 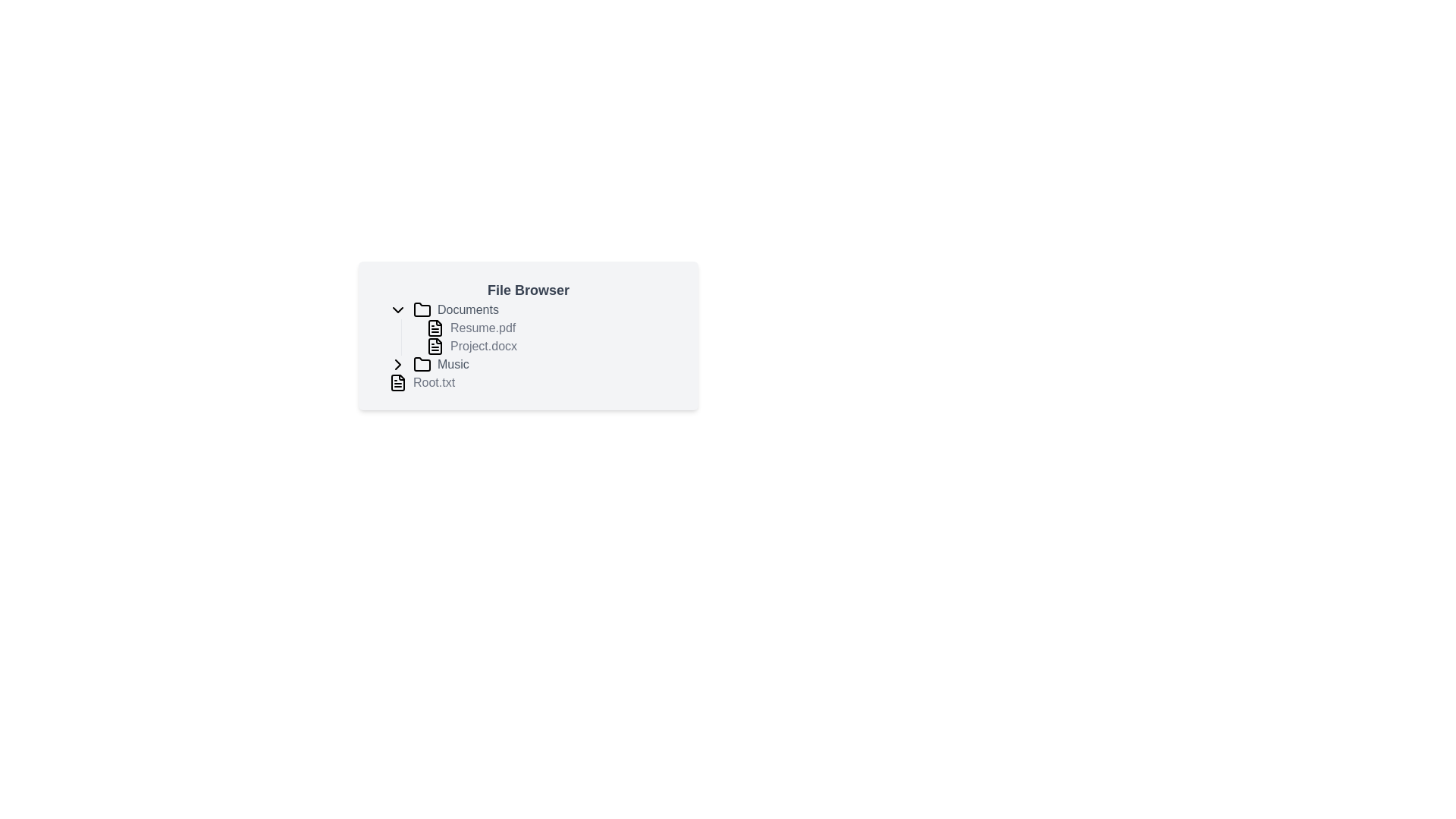 I want to click on the file item named 'Root.txt' located at the bottom of the list in the 'Music' folder of the 'File Browser' interface, so click(x=528, y=382).